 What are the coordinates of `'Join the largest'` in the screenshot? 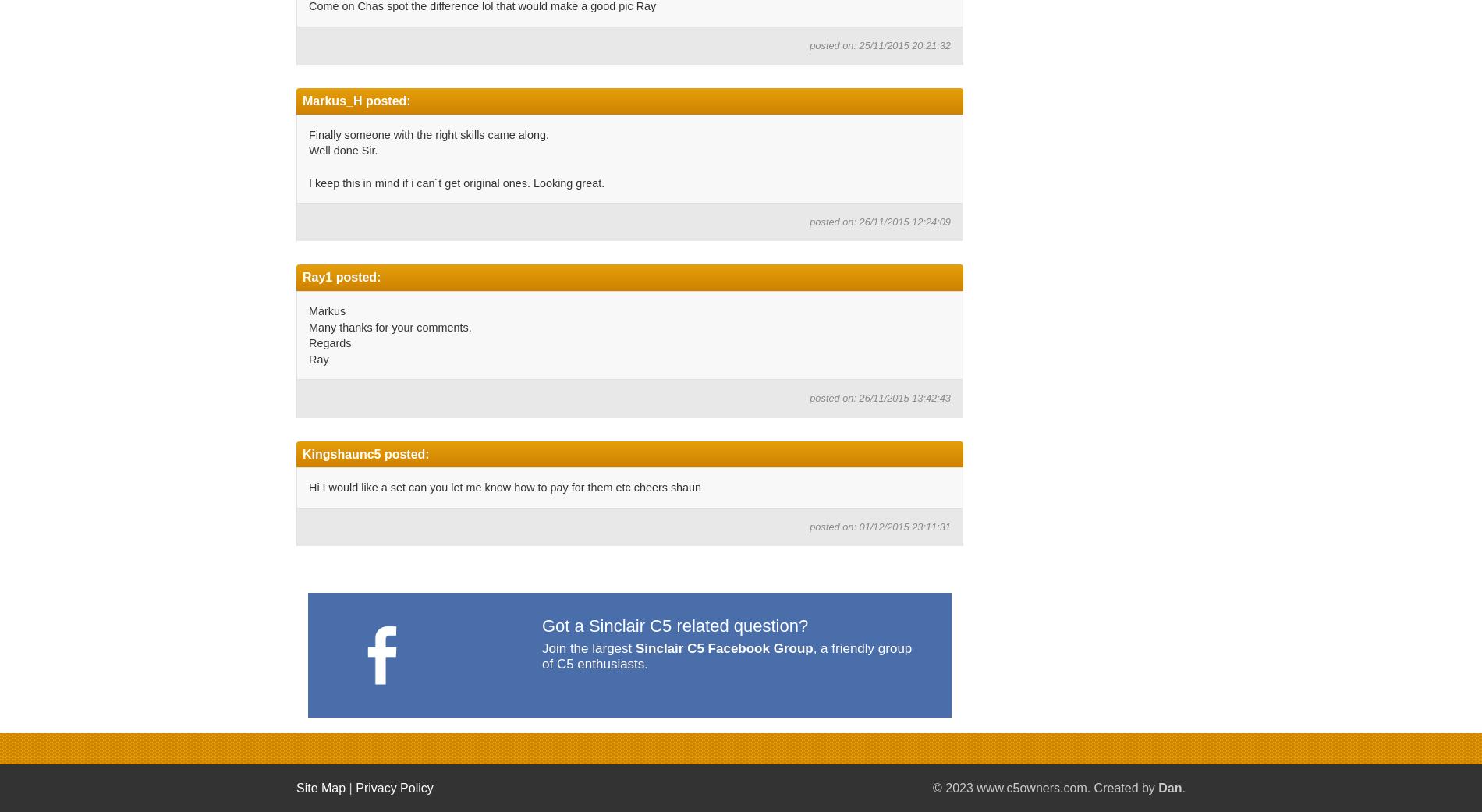 It's located at (587, 648).